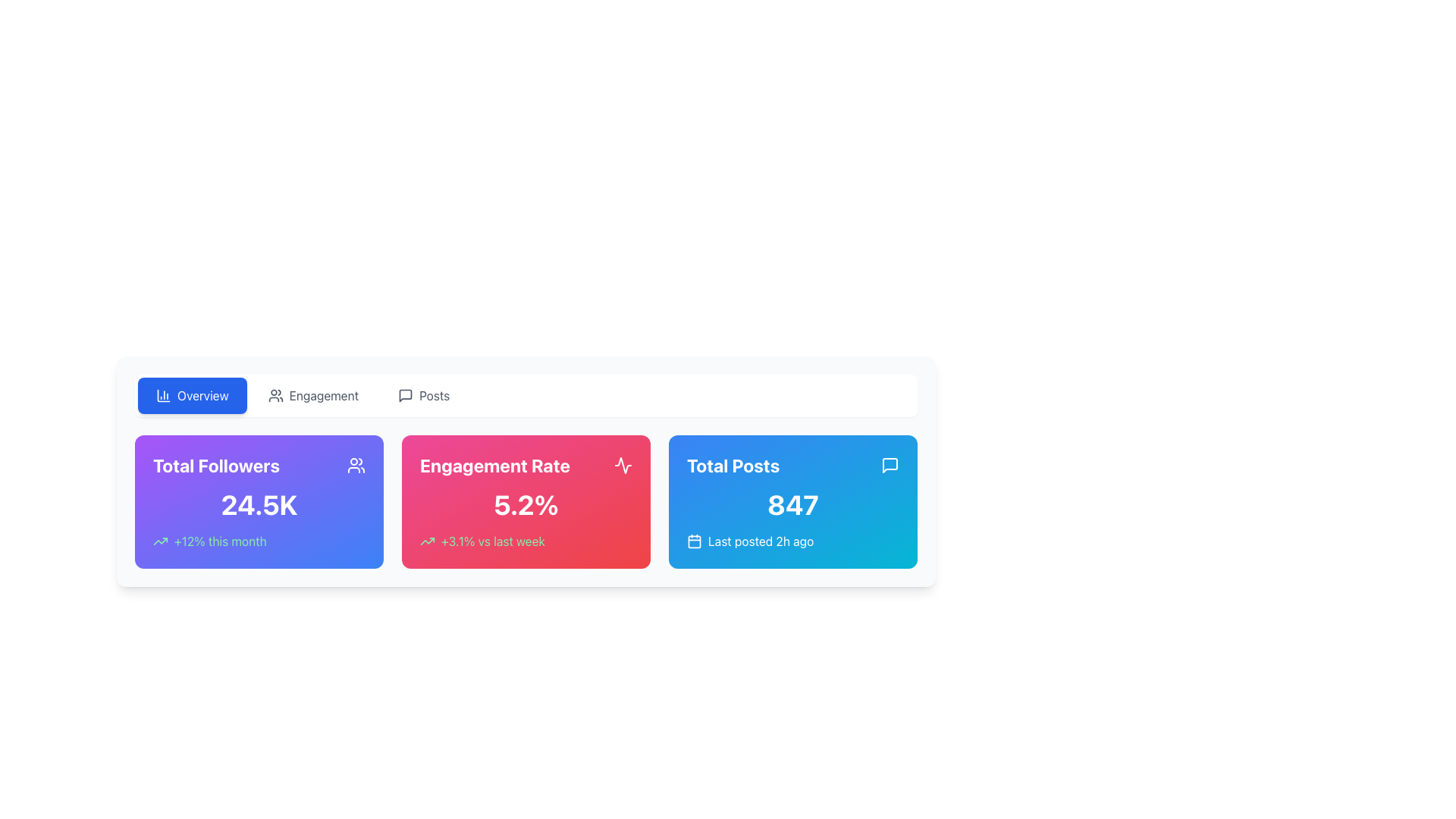 Image resolution: width=1456 pixels, height=819 pixels. Describe the element at coordinates (312, 394) in the screenshot. I see `the second button in the navigation menu` at that location.